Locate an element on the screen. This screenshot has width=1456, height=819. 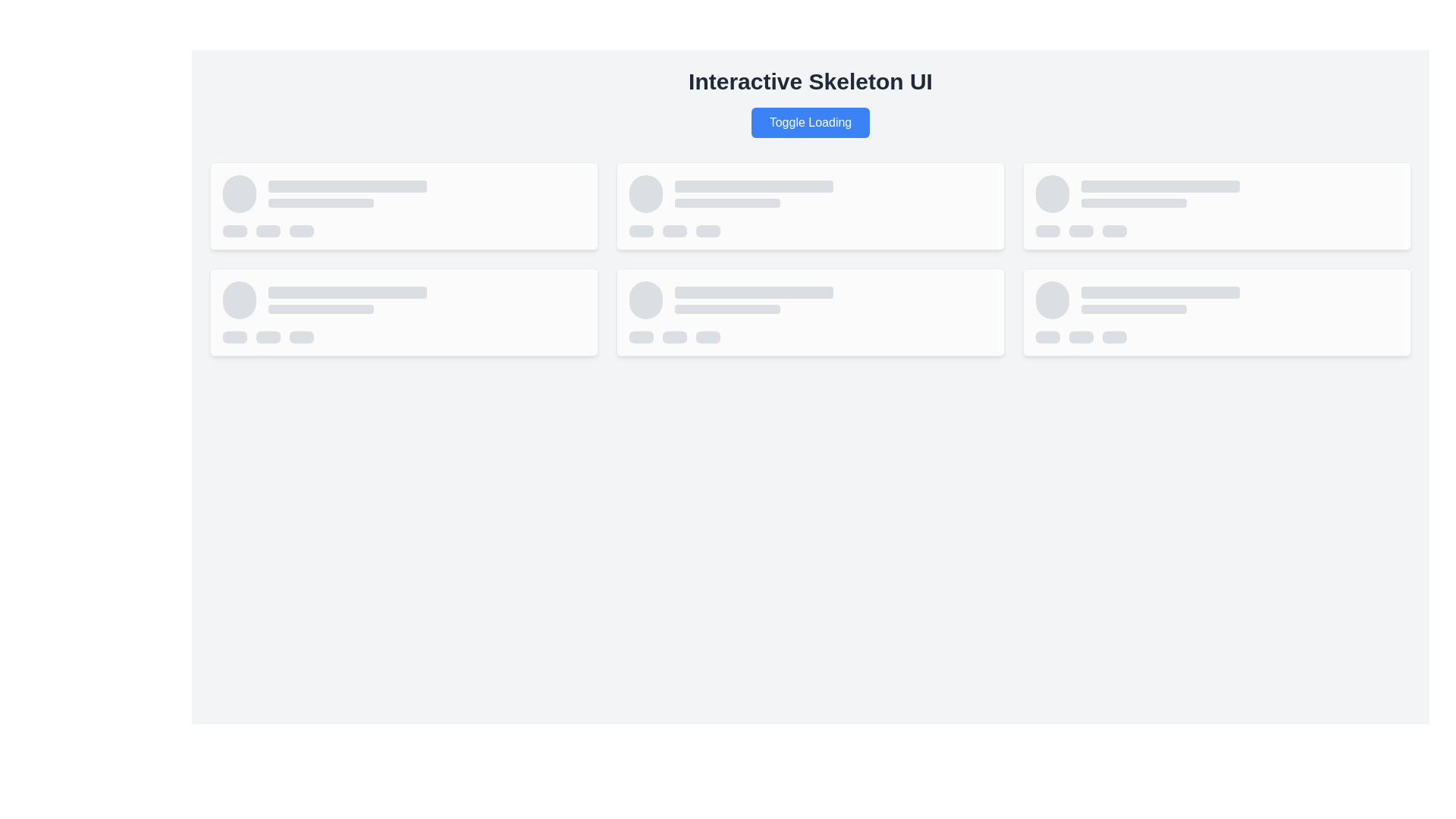
the Loading card placeholder, which is a skeletal loading indicator located in the top row of the grid layout, specifically the third item on the far right is located at coordinates (1216, 206).